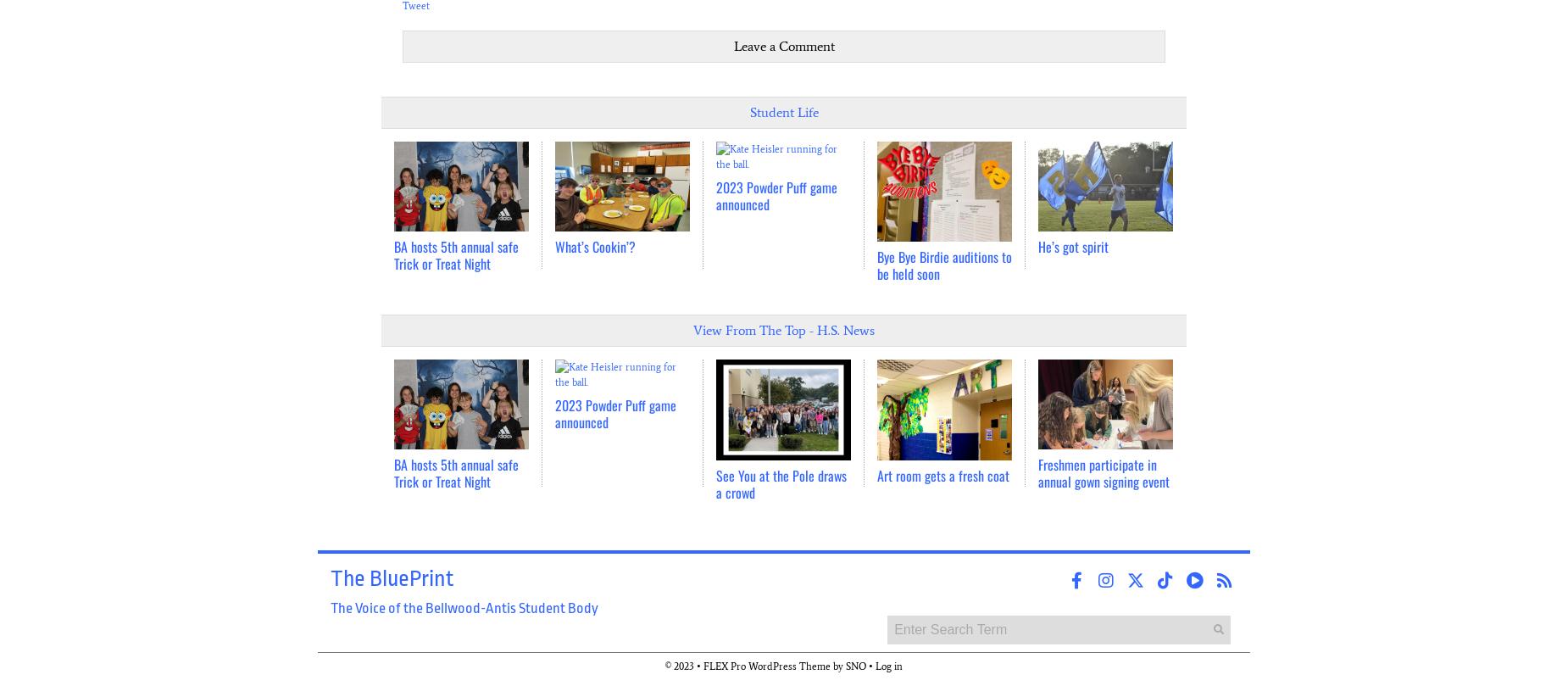  Describe the element at coordinates (784, 330) in the screenshot. I see `'View From The Top - H.S. News'` at that location.